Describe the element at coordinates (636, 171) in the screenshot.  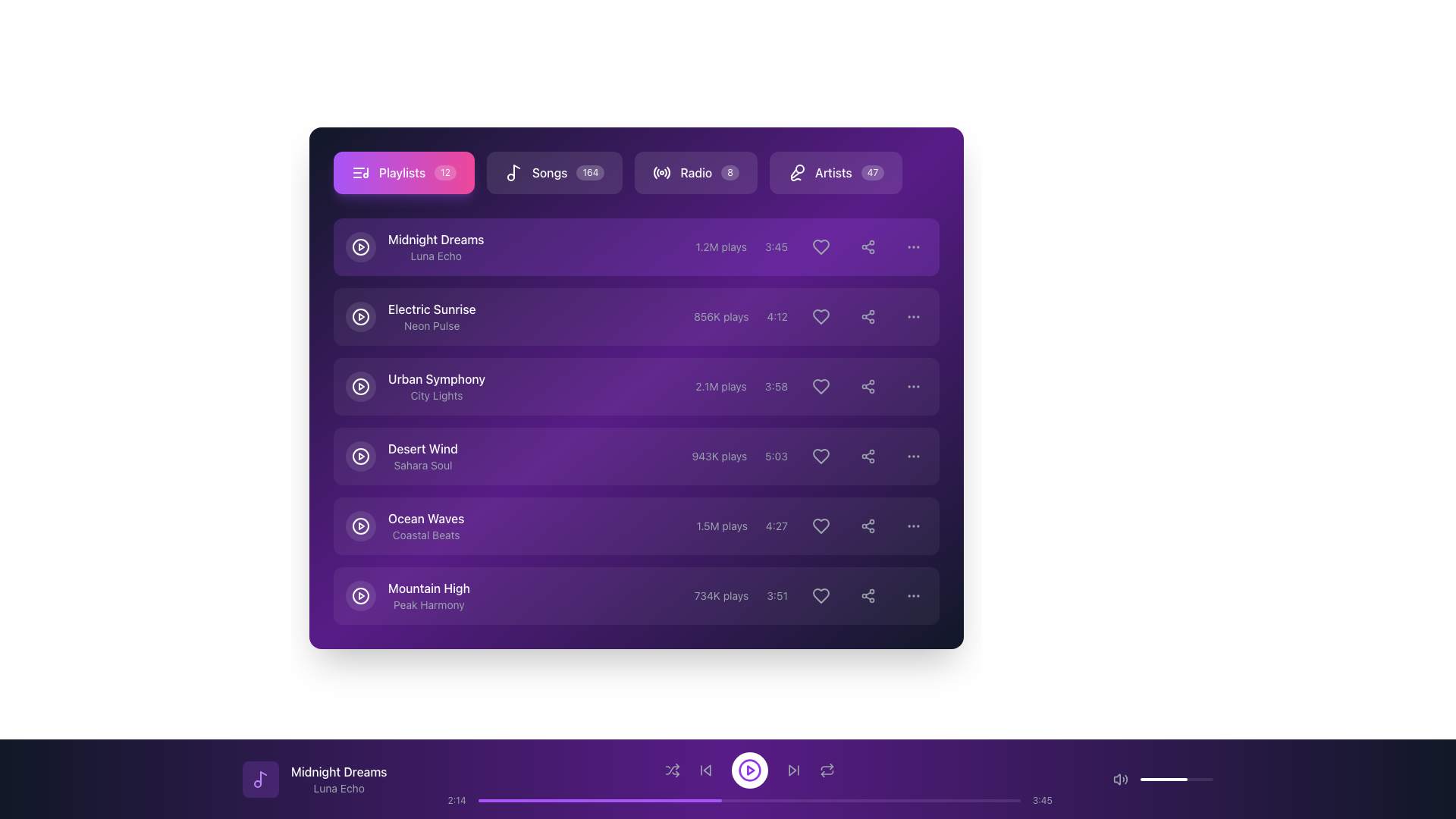
I see `the 'Radio' button, which is the third button from the left in a horizontal row of four buttons, located between the 'Songs' button and the 'Artists' button` at that location.